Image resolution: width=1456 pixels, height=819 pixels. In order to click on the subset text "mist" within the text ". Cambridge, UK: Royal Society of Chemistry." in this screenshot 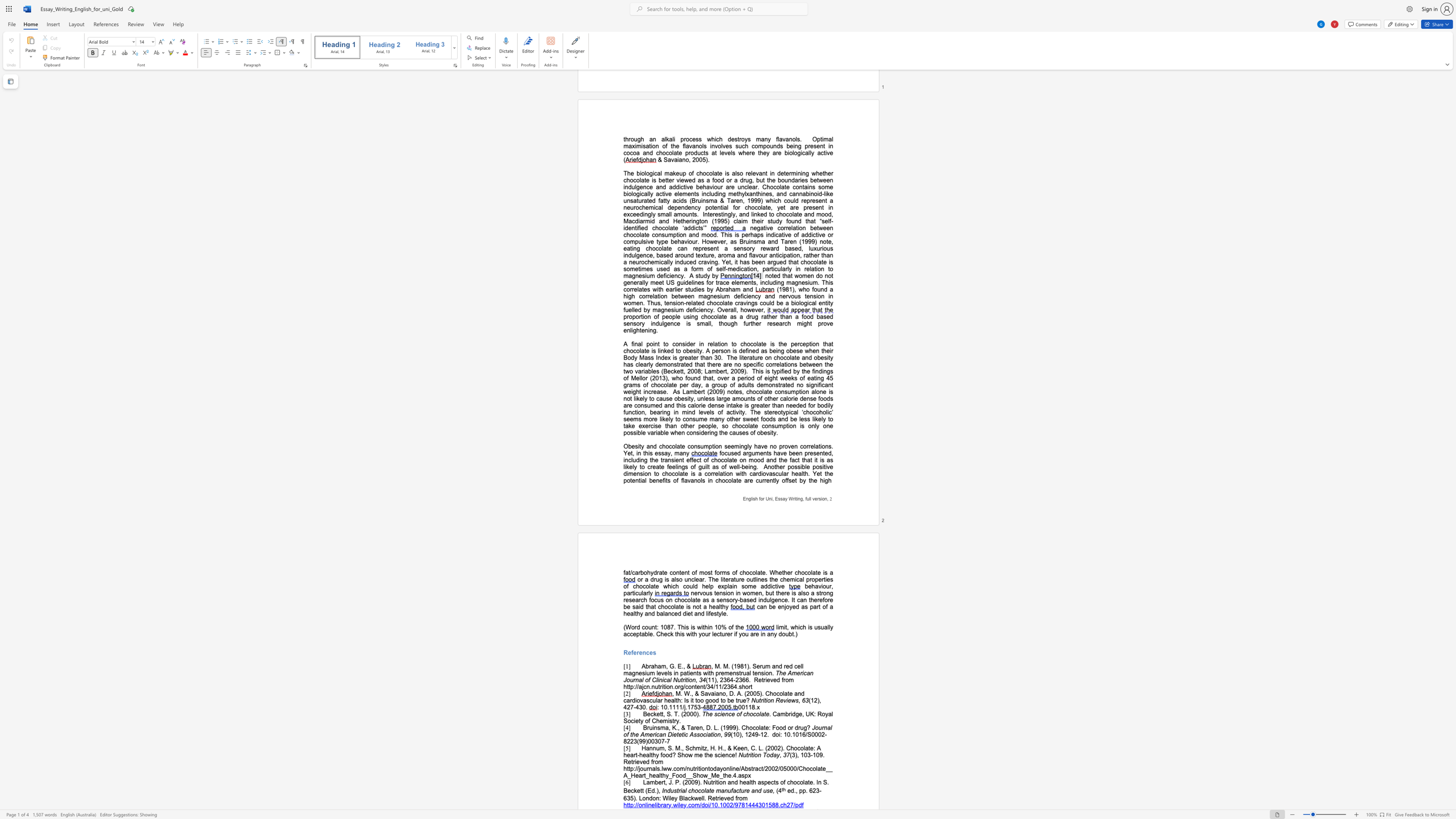, I will do `click(662, 721)`.